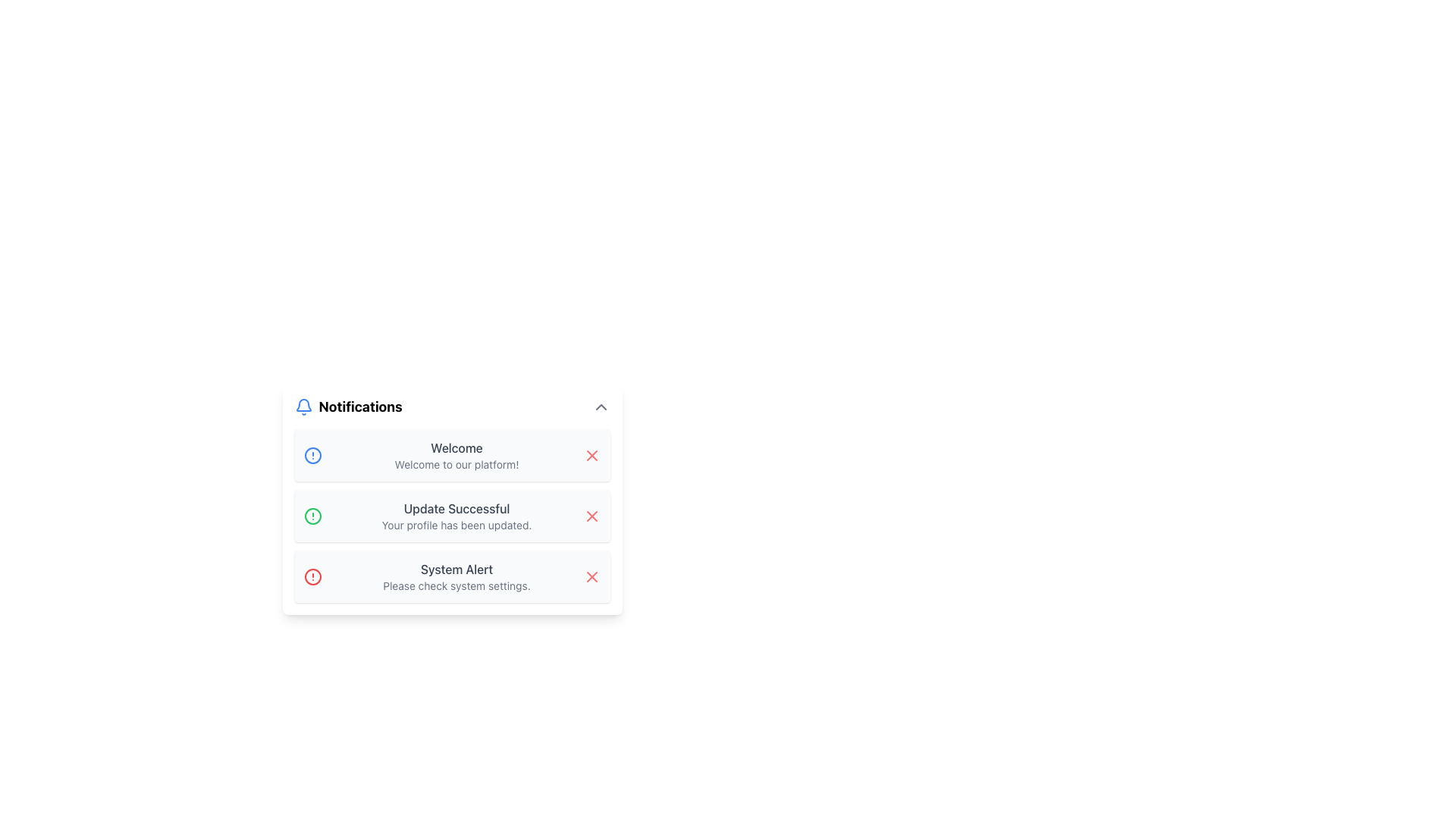 This screenshot has width=1456, height=819. I want to click on the notifications icon located at the start of the 'Notifications' label in the header section of the notifications panel, so click(303, 406).